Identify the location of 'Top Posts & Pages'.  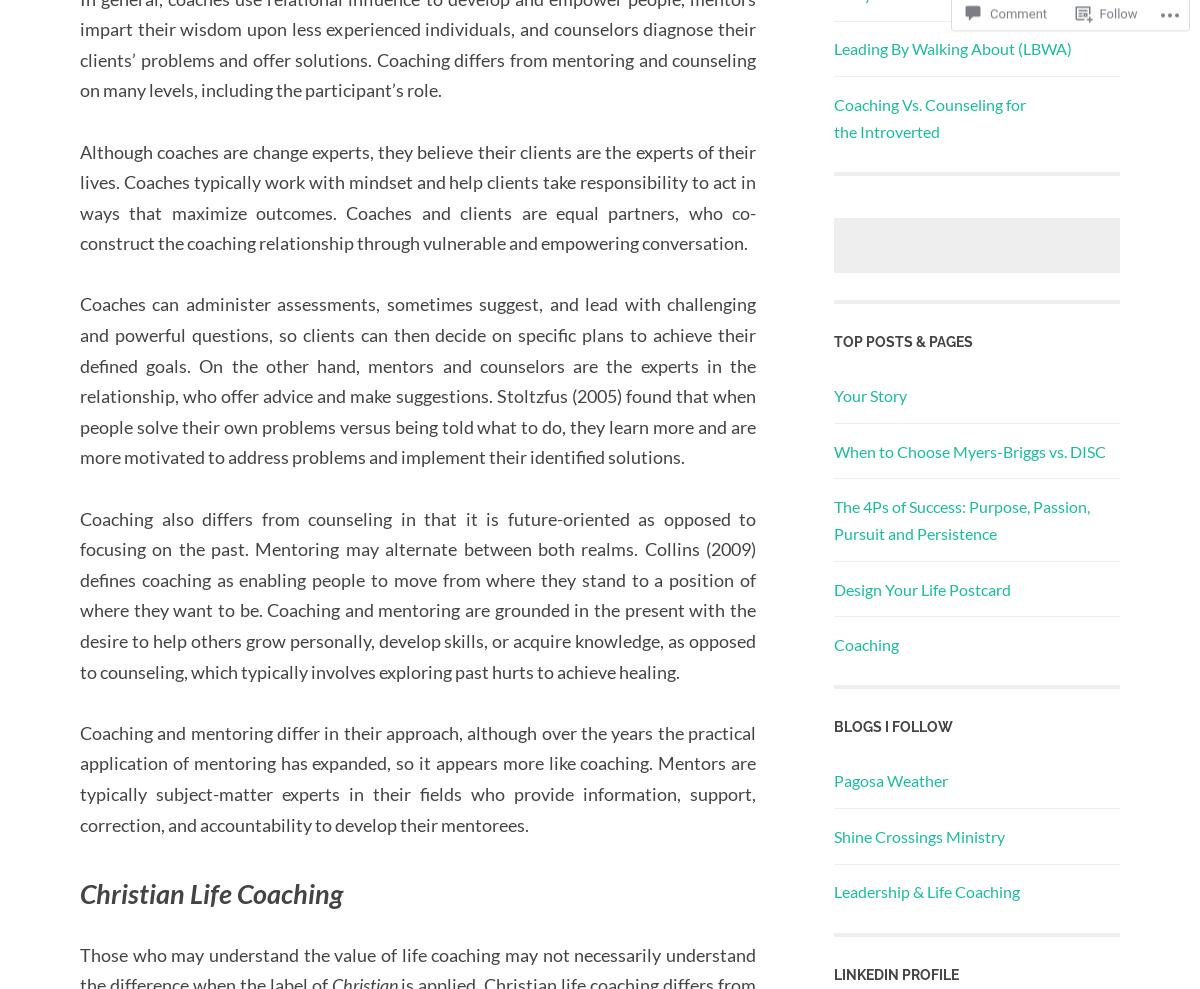
(903, 340).